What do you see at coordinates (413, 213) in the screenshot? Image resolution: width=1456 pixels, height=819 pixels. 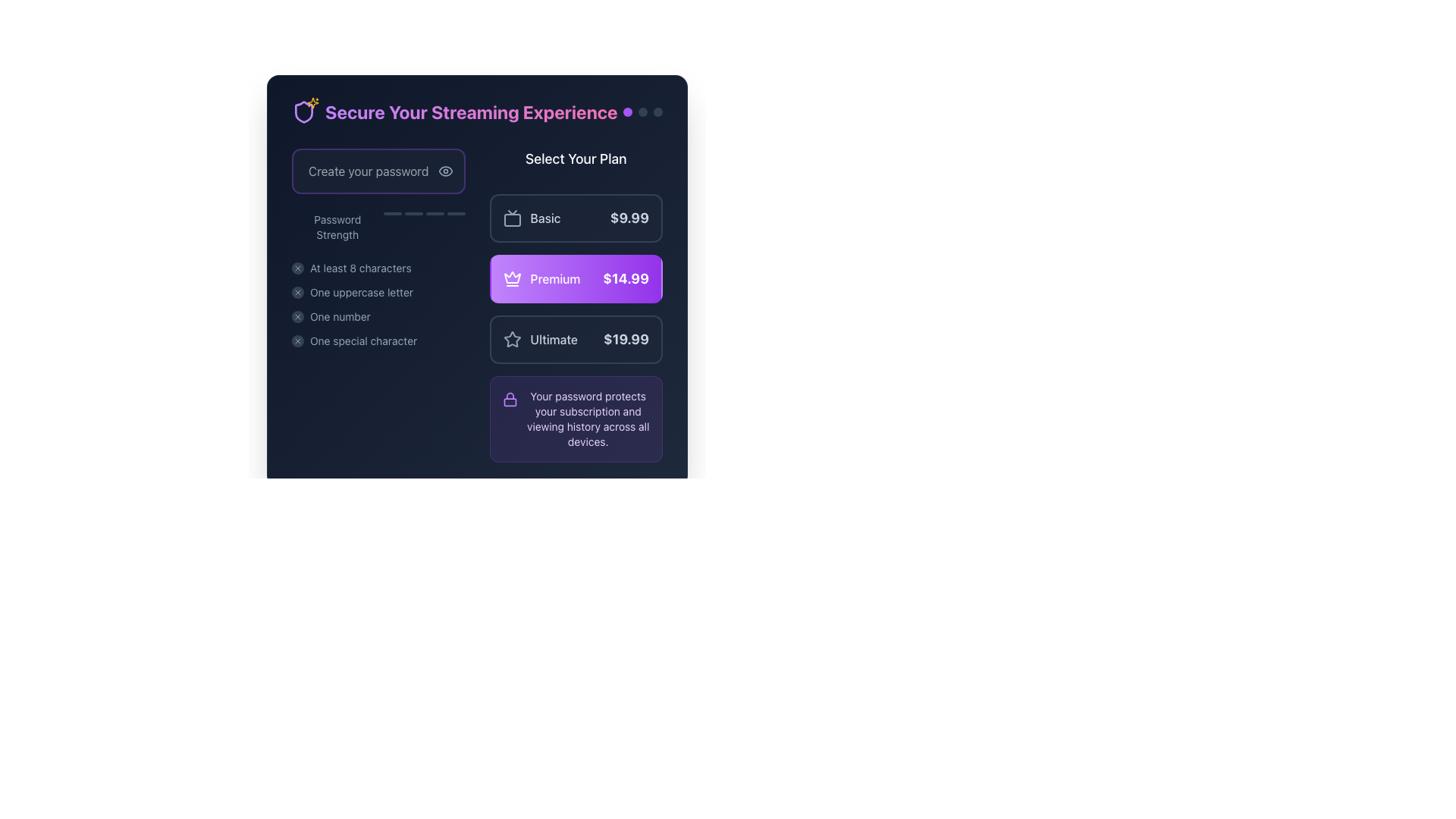 I see `the visual change in the second progress indicator bar located beneath the 'Password Strength' label, which represents the strength of the password being created` at bounding box center [413, 213].